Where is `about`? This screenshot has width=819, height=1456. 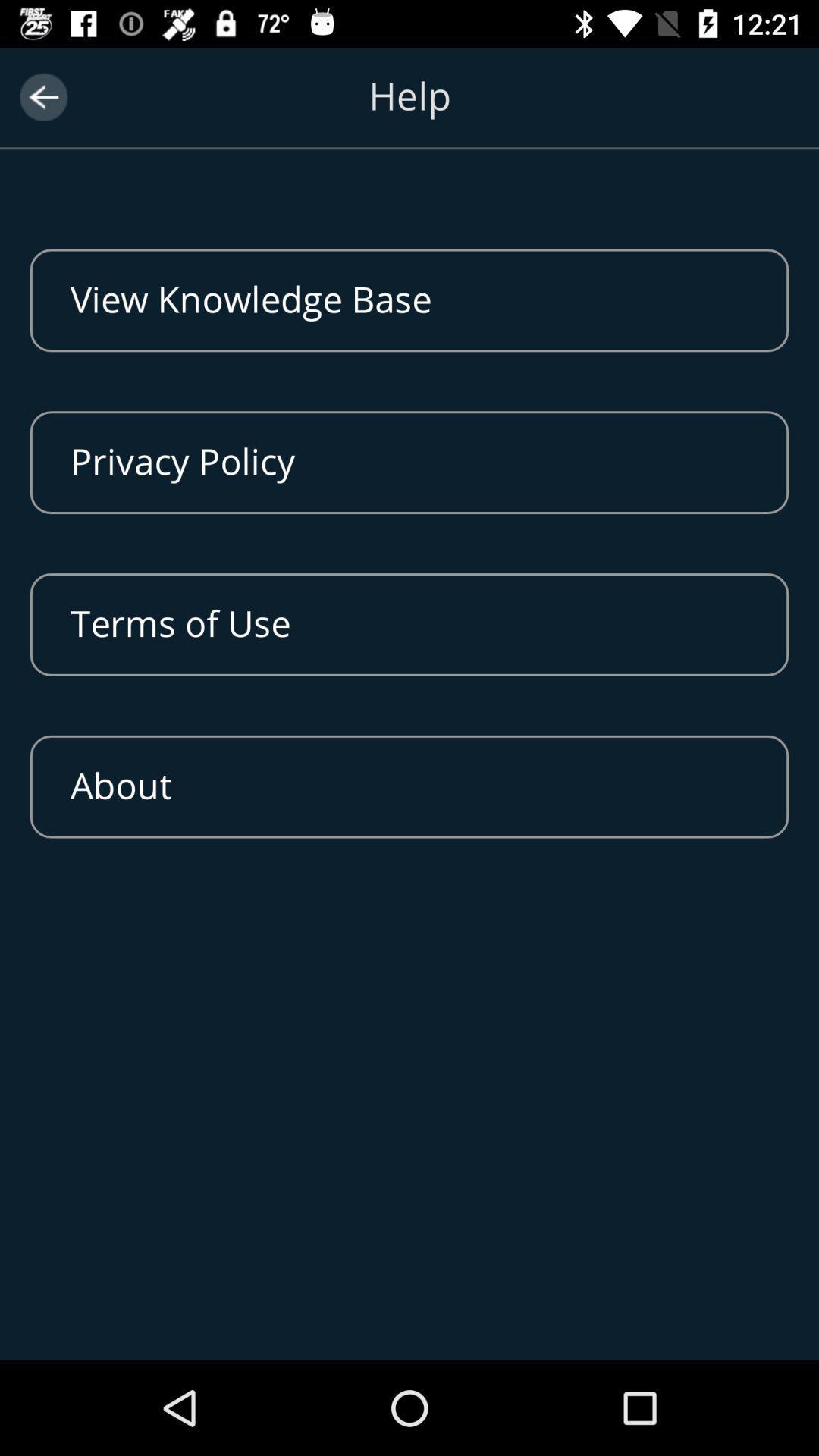
about is located at coordinates (409, 786).